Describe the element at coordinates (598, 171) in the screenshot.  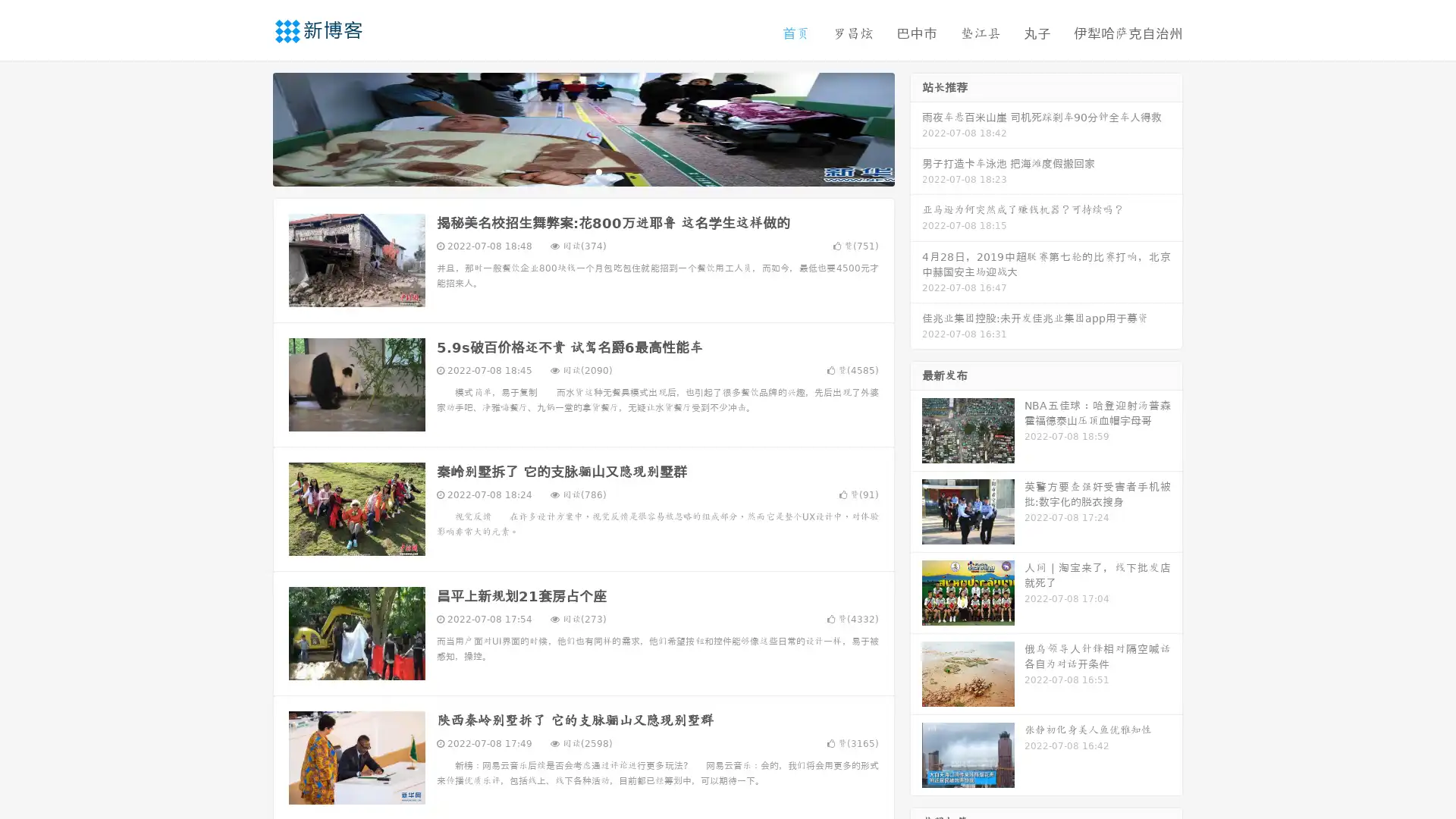
I see `Go to slide 3` at that location.